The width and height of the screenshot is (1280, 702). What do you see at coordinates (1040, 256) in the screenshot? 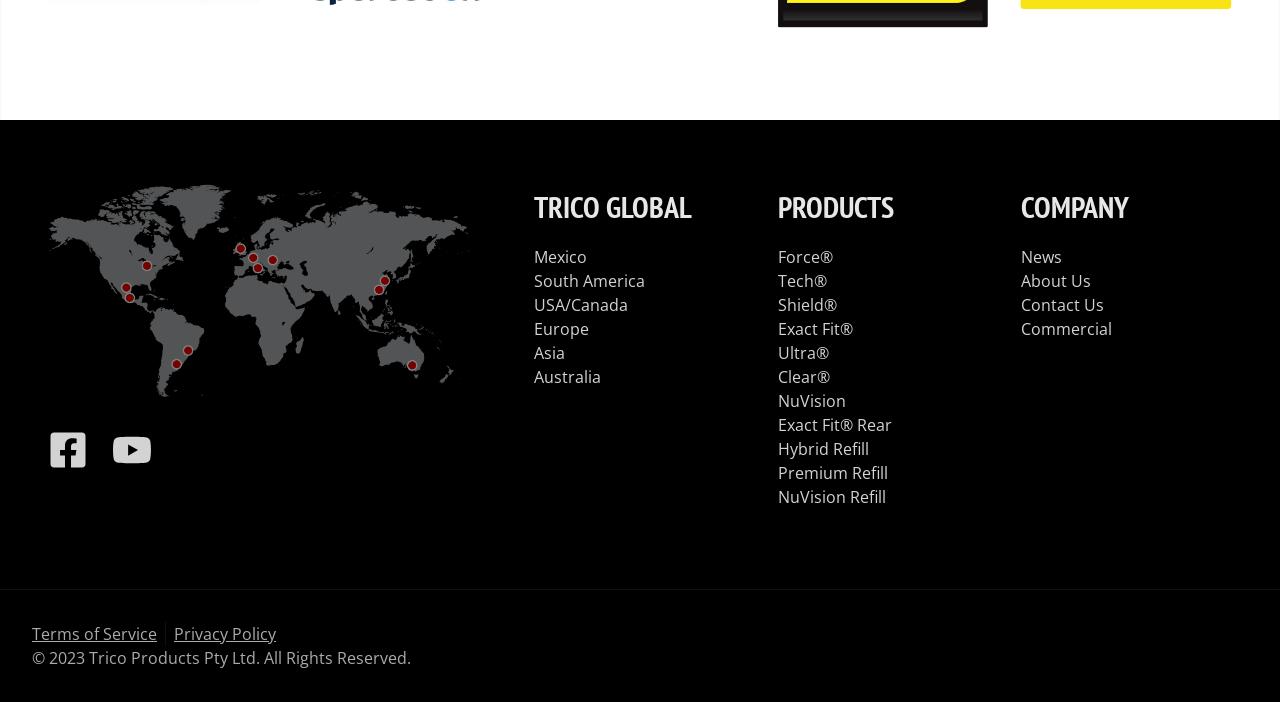
I see `'News'` at bounding box center [1040, 256].